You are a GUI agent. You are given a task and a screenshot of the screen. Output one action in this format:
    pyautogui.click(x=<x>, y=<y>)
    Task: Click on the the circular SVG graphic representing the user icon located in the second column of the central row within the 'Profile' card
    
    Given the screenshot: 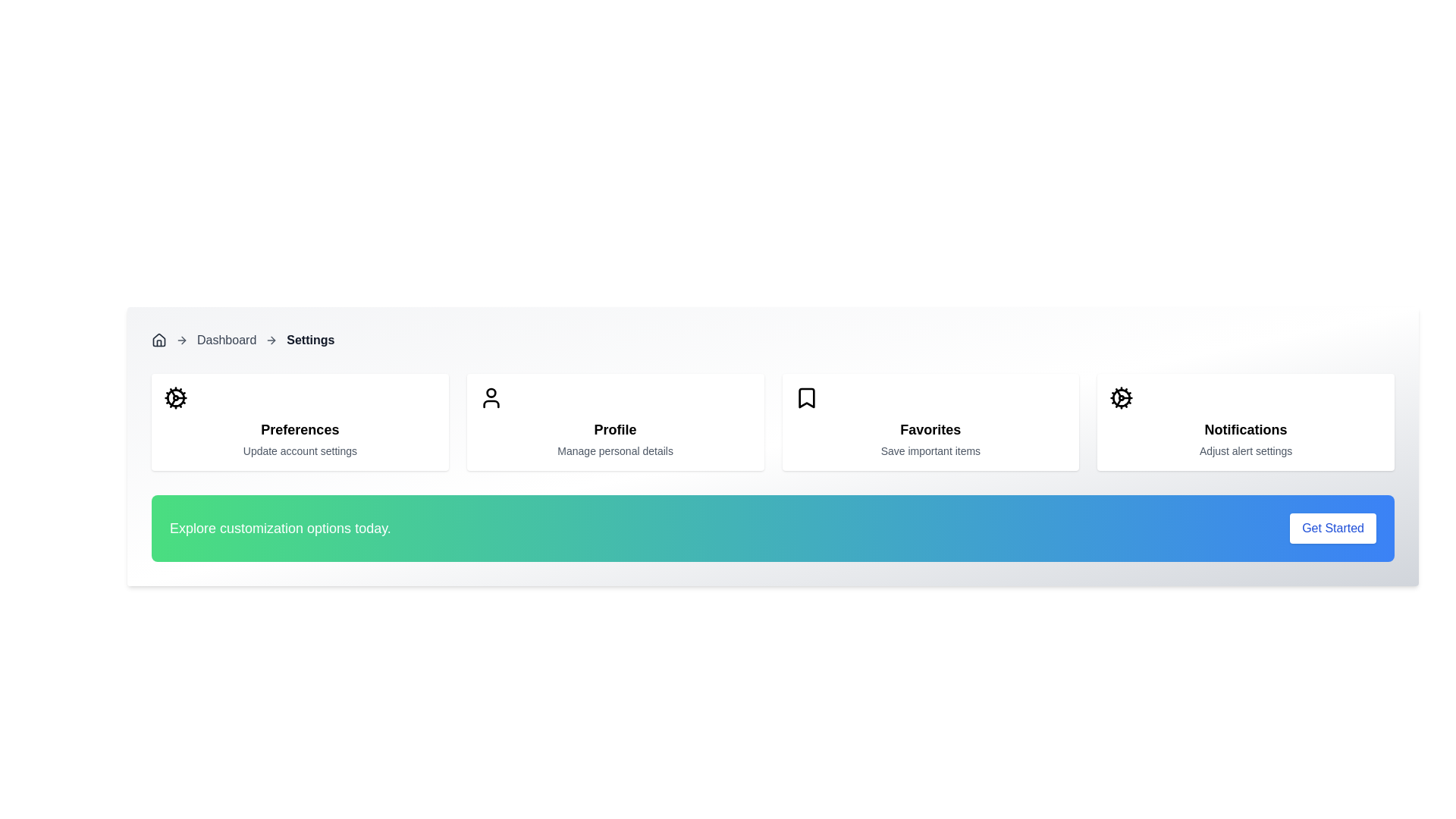 What is the action you would take?
    pyautogui.click(x=491, y=392)
    